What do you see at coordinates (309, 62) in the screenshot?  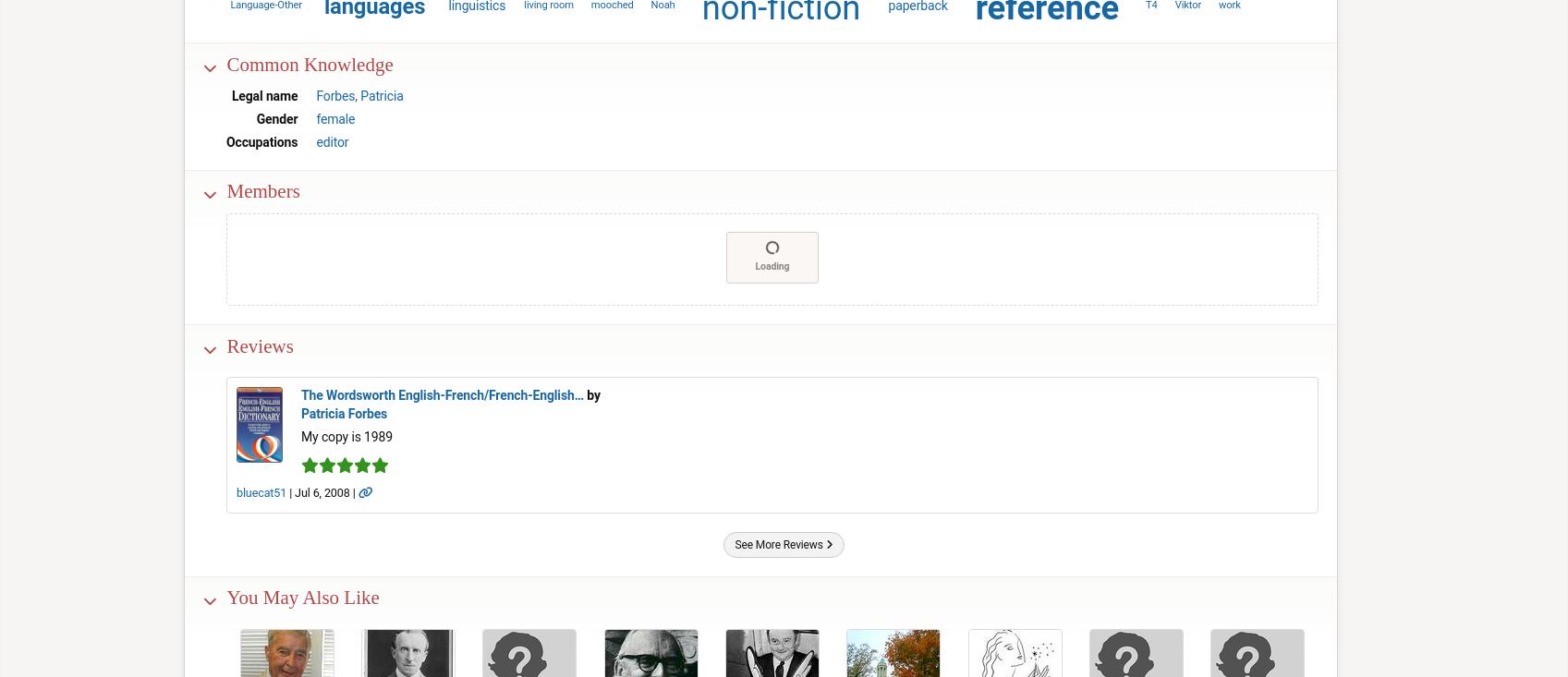 I see `'Common Knowledge'` at bounding box center [309, 62].